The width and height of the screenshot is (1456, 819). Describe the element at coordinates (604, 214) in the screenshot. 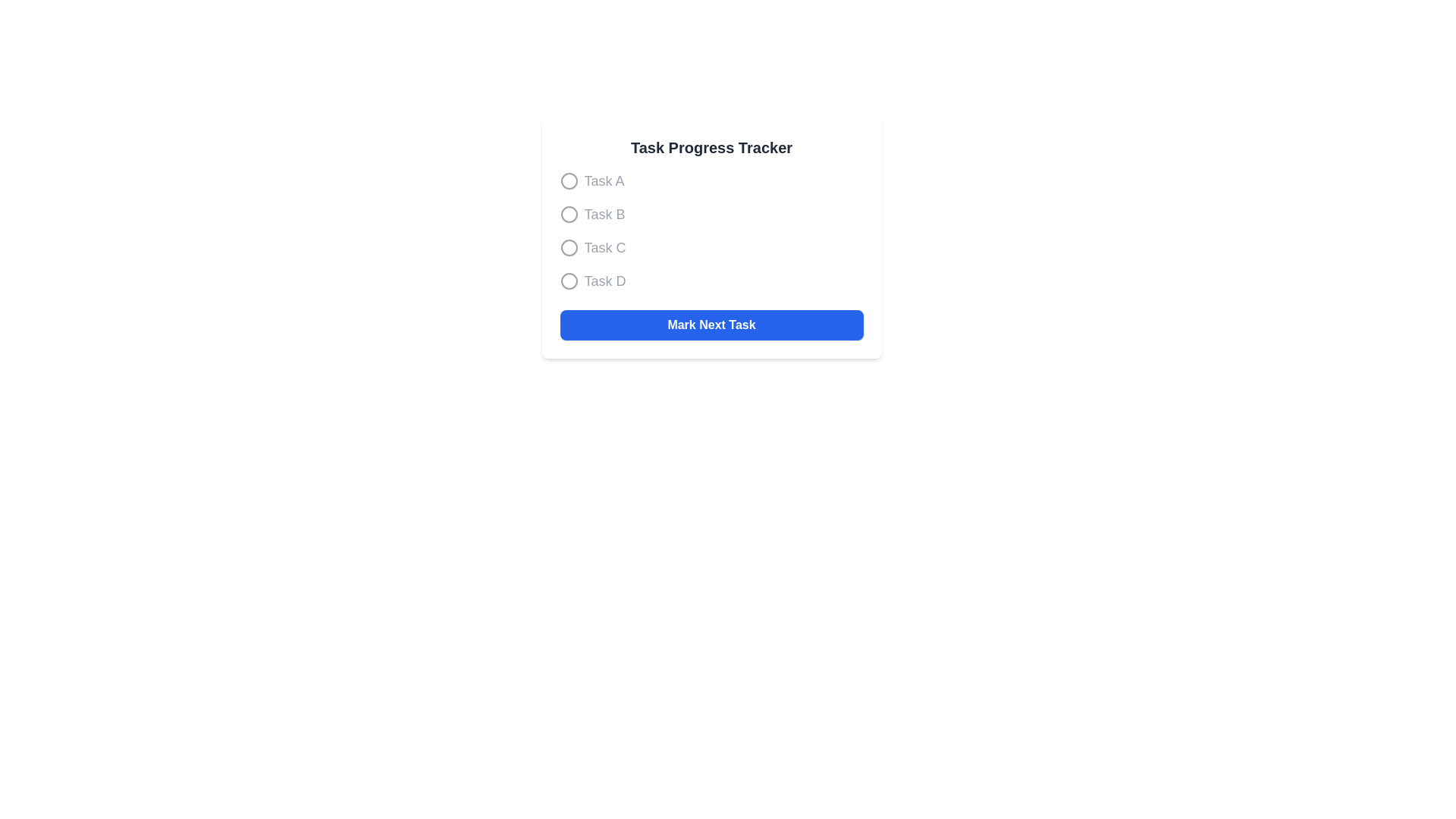

I see `the Text Label displaying 'Task B', which is styled with a gray font color and large text size, located to the right of a circular icon in the middle-left portion of the dialog box` at that location.